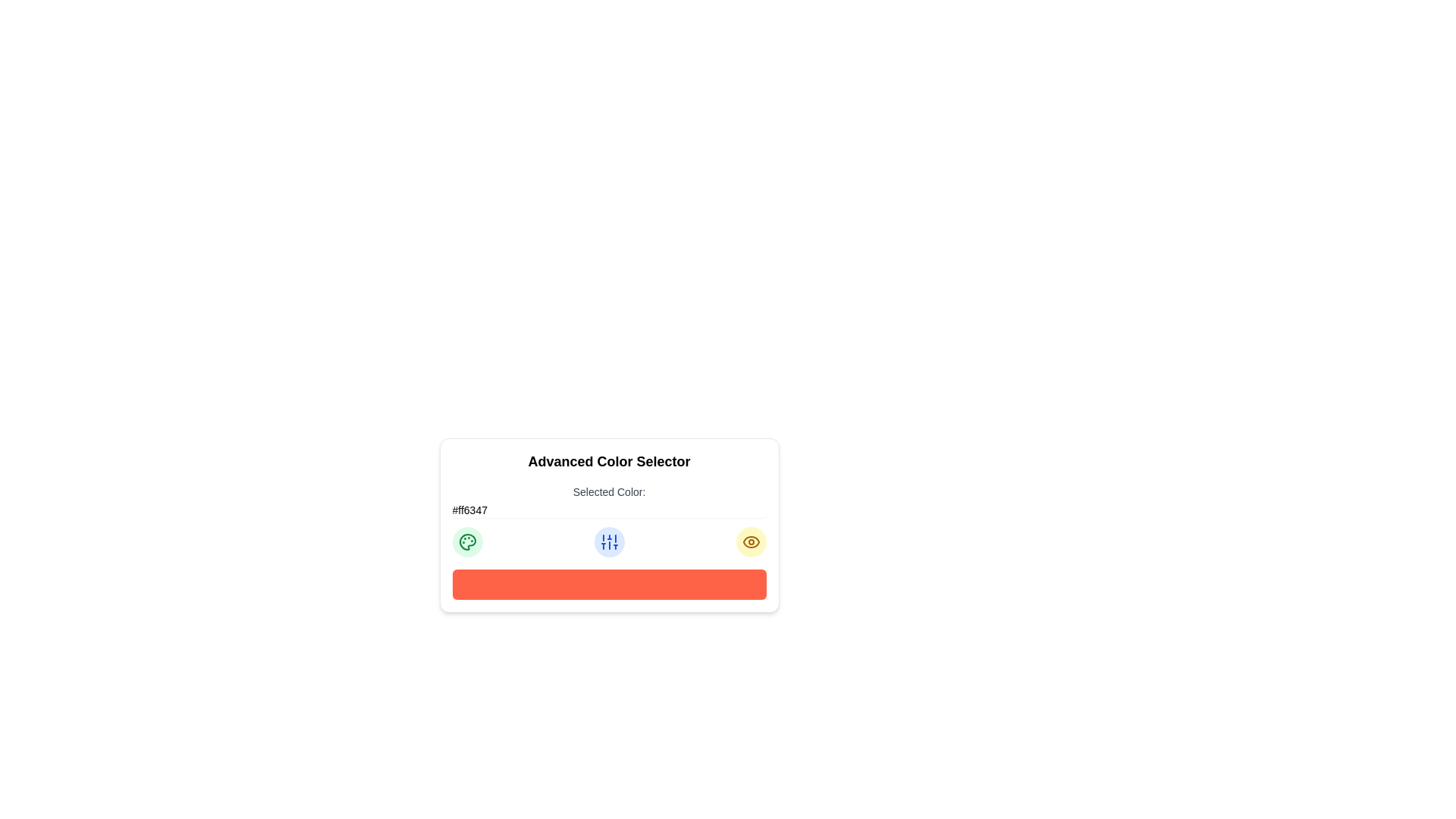  Describe the element at coordinates (609, 541) in the screenshot. I see `the middle circular button for adjusting settings` at that location.